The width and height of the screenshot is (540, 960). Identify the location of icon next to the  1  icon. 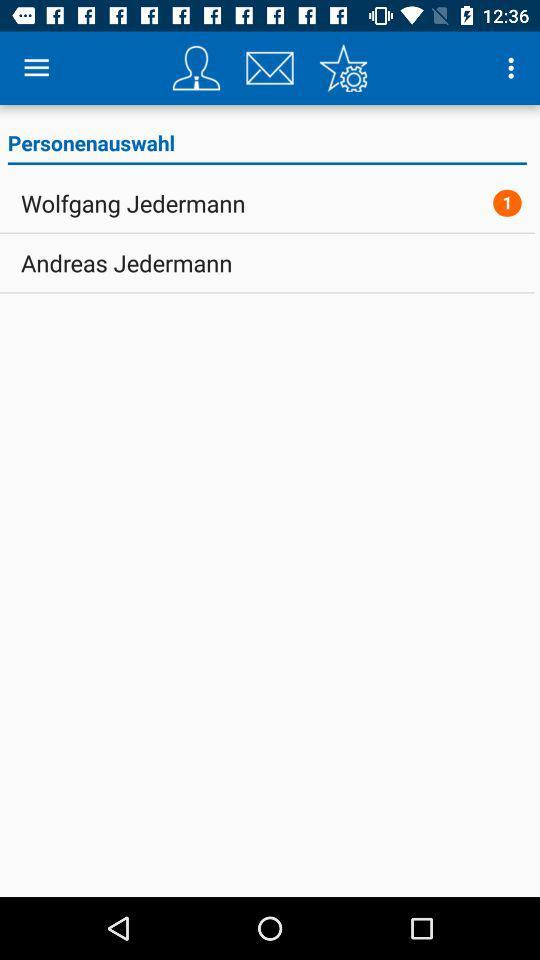
(133, 203).